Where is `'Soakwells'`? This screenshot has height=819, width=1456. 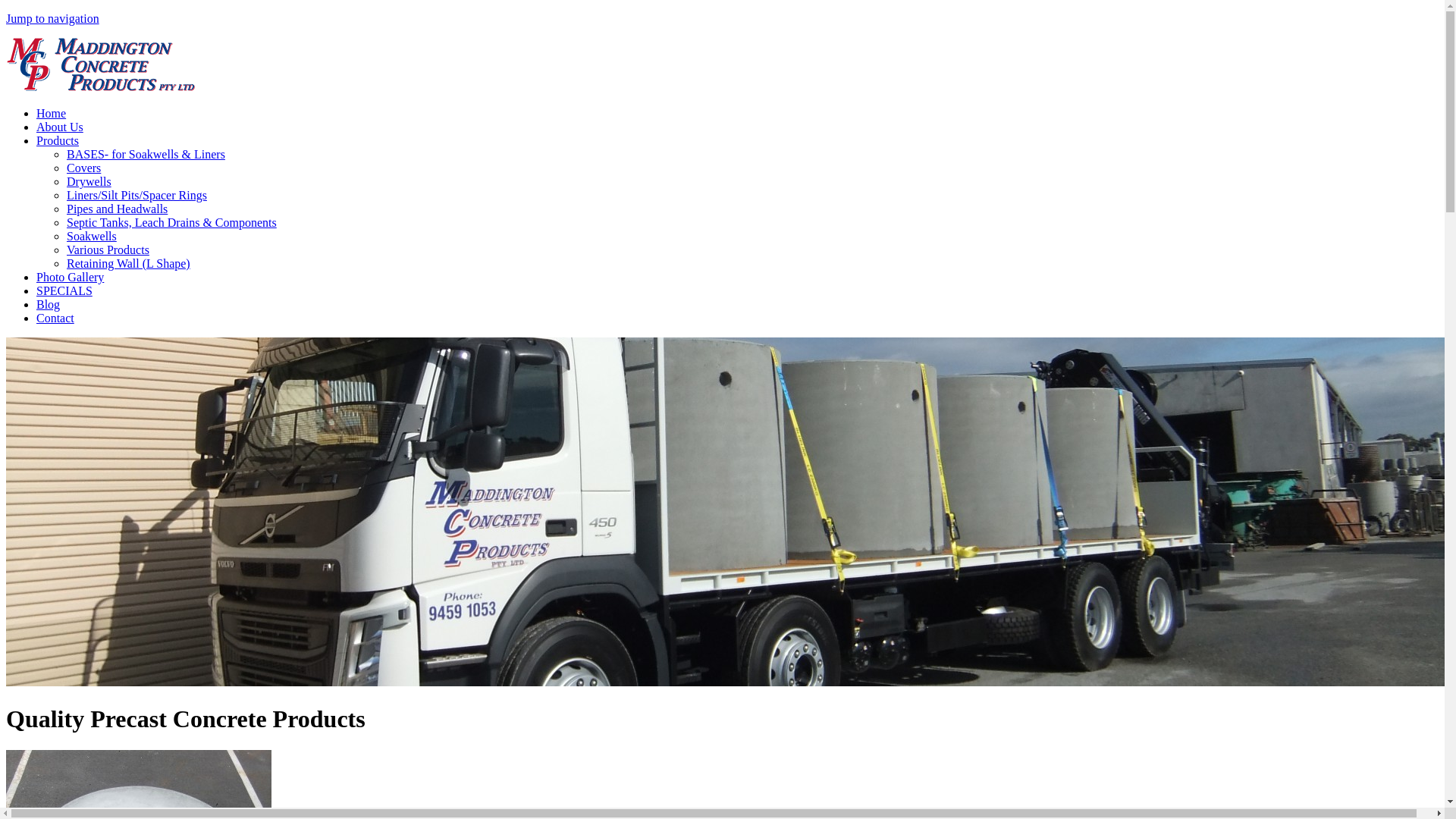 'Soakwells' is located at coordinates (90, 236).